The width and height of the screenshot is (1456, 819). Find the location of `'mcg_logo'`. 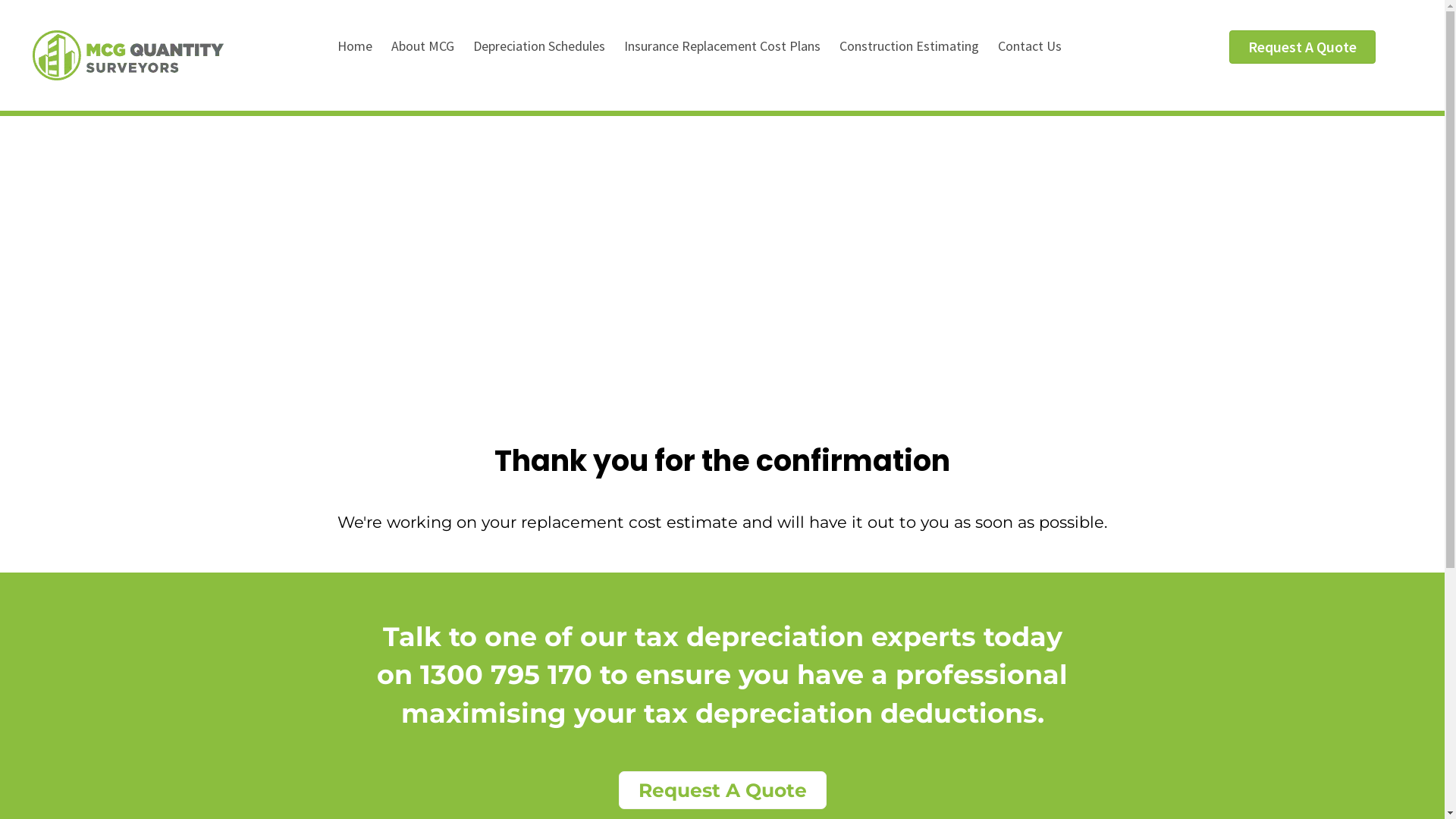

'mcg_logo' is located at coordinates (33, 61).